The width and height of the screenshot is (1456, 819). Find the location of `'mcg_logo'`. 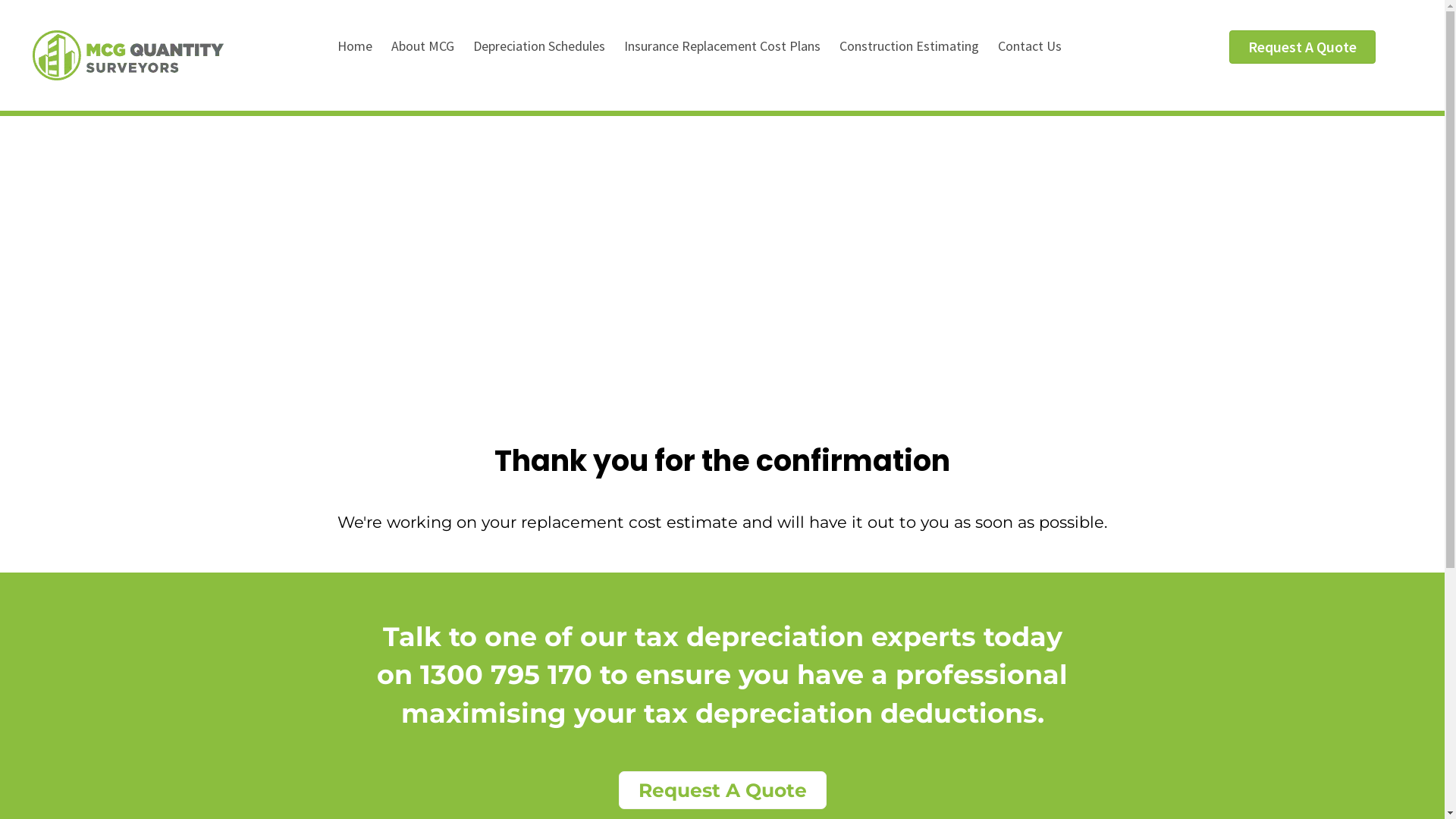

'mcg_logo' is located at coordinates (33, 61).